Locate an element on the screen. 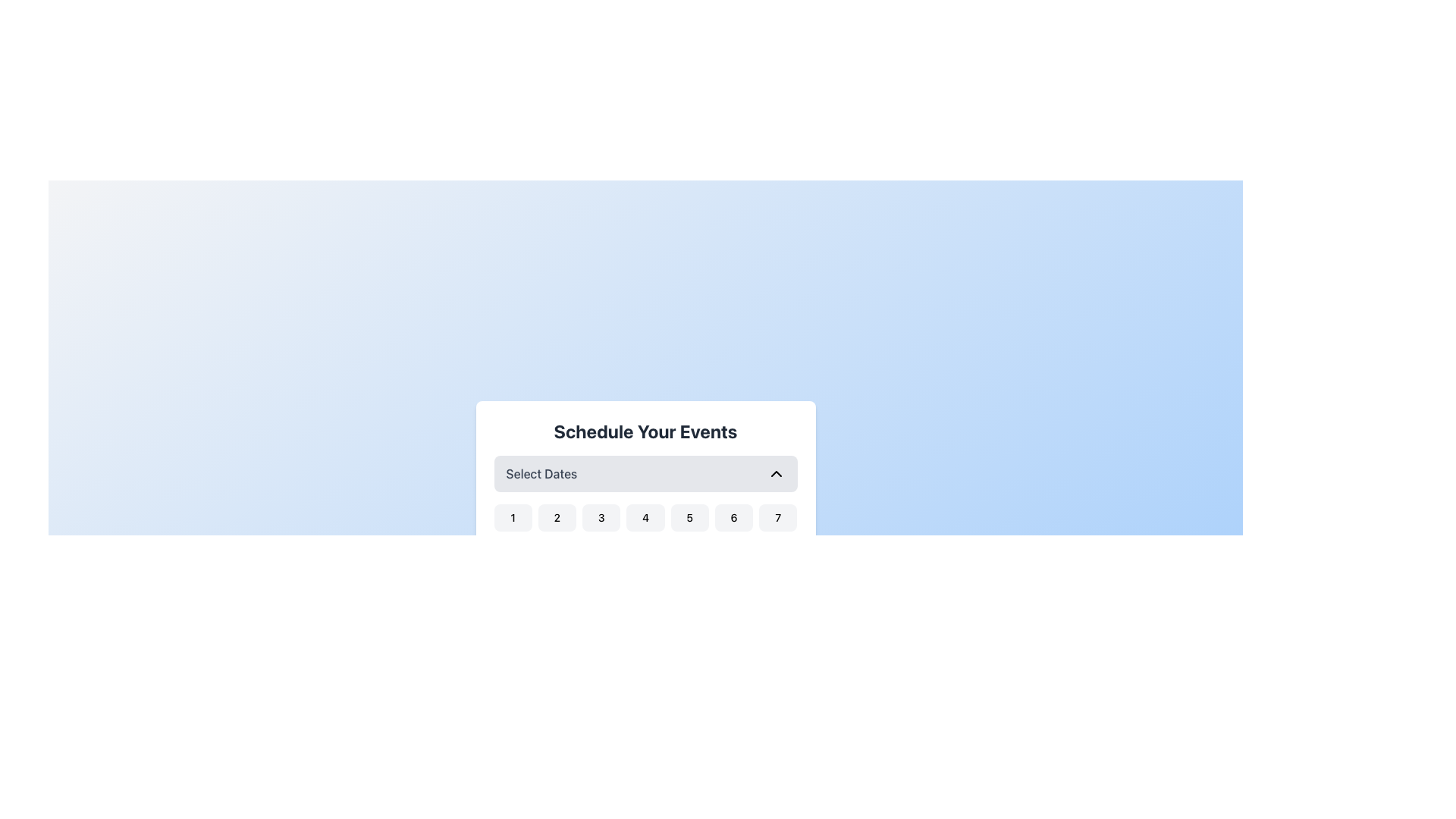  the rounded rectangular button displaying the number '2' in bold black text is located at coordinates (556, 517).